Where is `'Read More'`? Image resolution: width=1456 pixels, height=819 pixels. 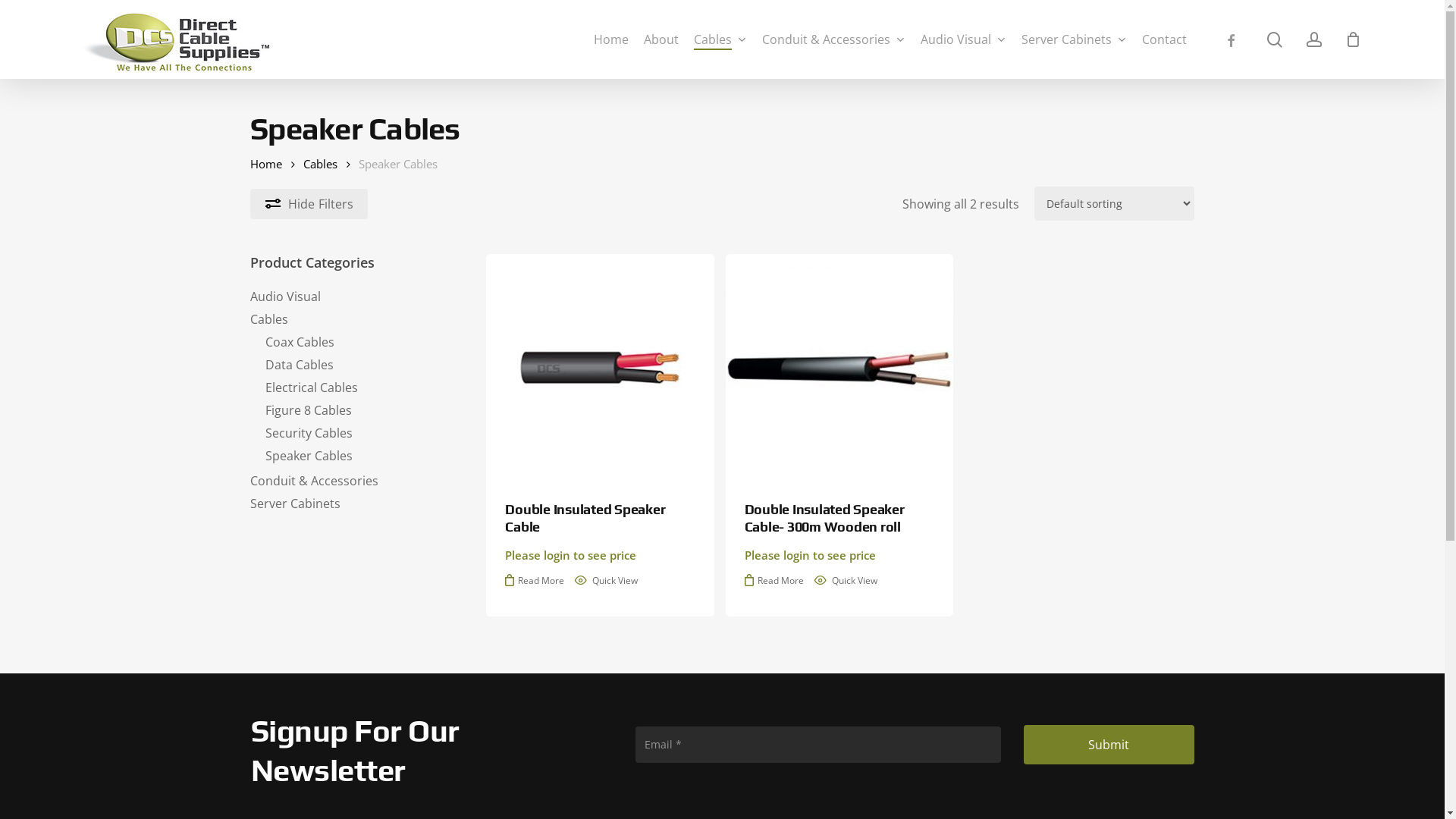 'Read More' is located at coordinates (535, 581).